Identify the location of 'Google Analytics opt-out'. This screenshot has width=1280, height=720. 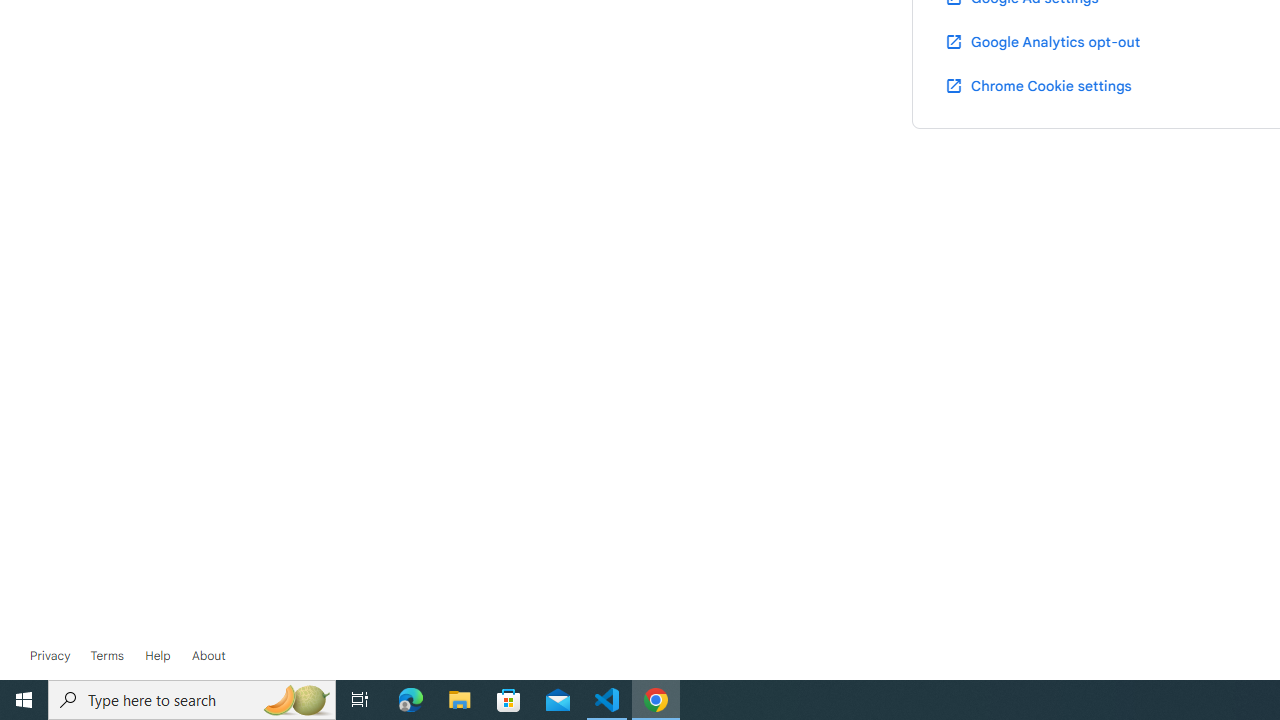
(1040, 41).